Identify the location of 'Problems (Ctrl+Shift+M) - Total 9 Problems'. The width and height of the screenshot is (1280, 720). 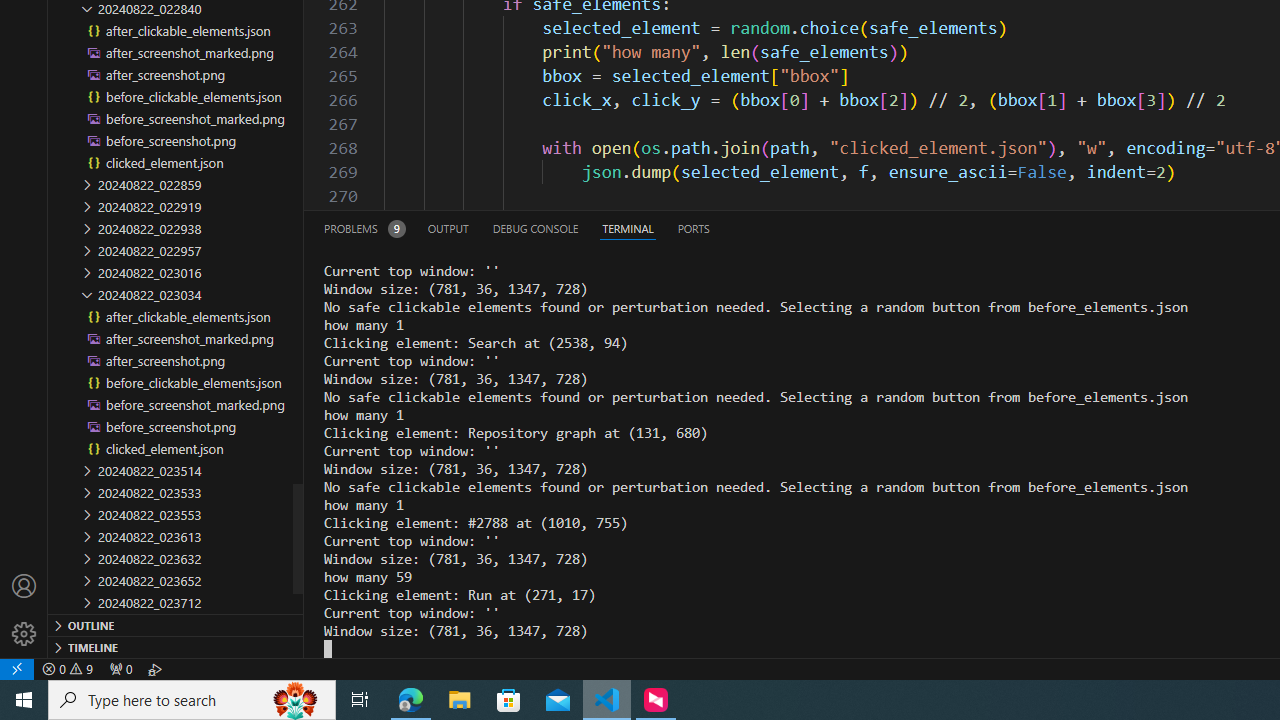
(364, 227).